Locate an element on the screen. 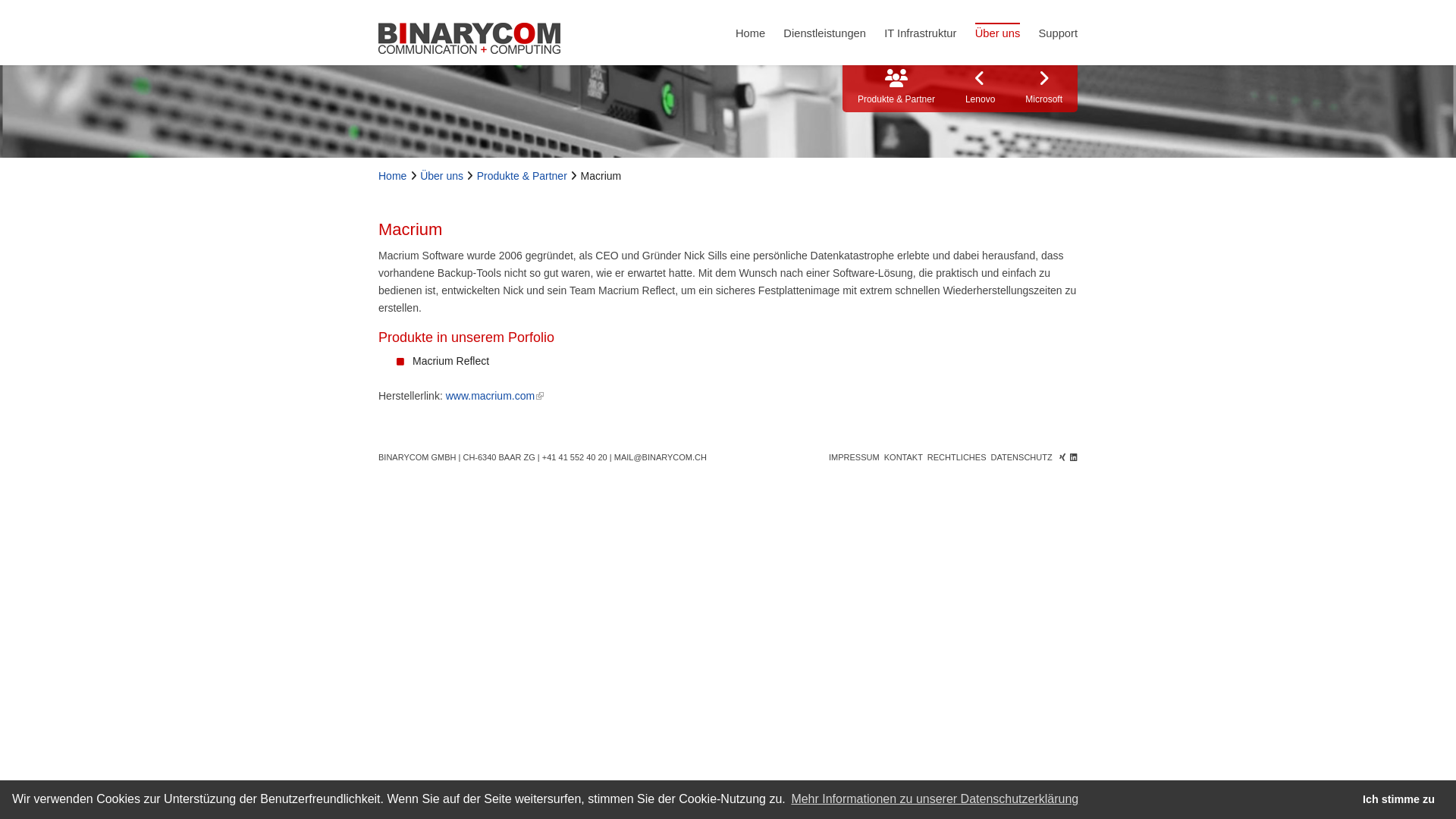  'Dienstleistungen' is located at coordinates (824, 32).